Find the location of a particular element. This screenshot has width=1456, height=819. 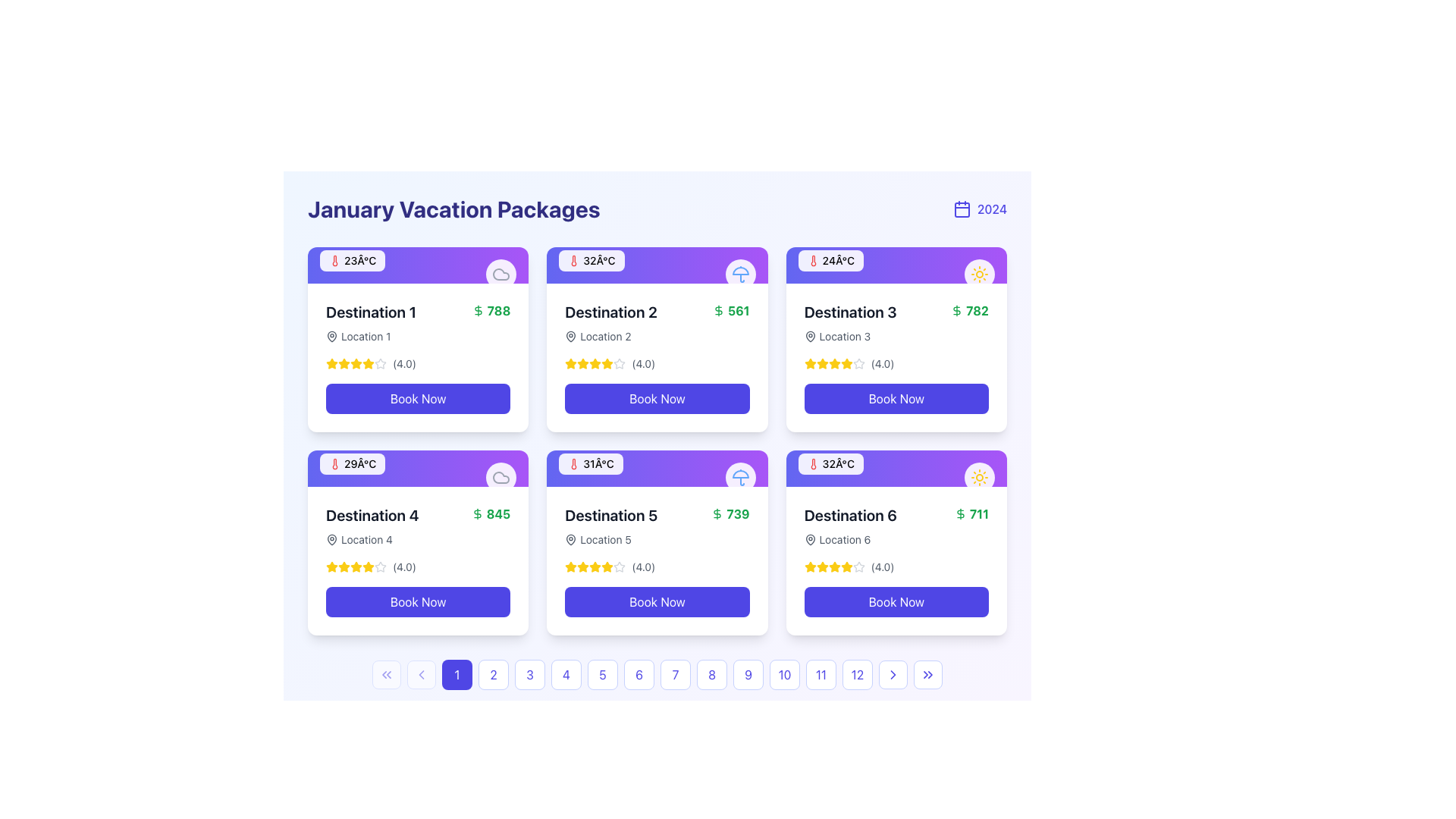

the second star icon in the 5-star rating system under the 'Destination 4' vacation package card is located at coordinates (381, 566).